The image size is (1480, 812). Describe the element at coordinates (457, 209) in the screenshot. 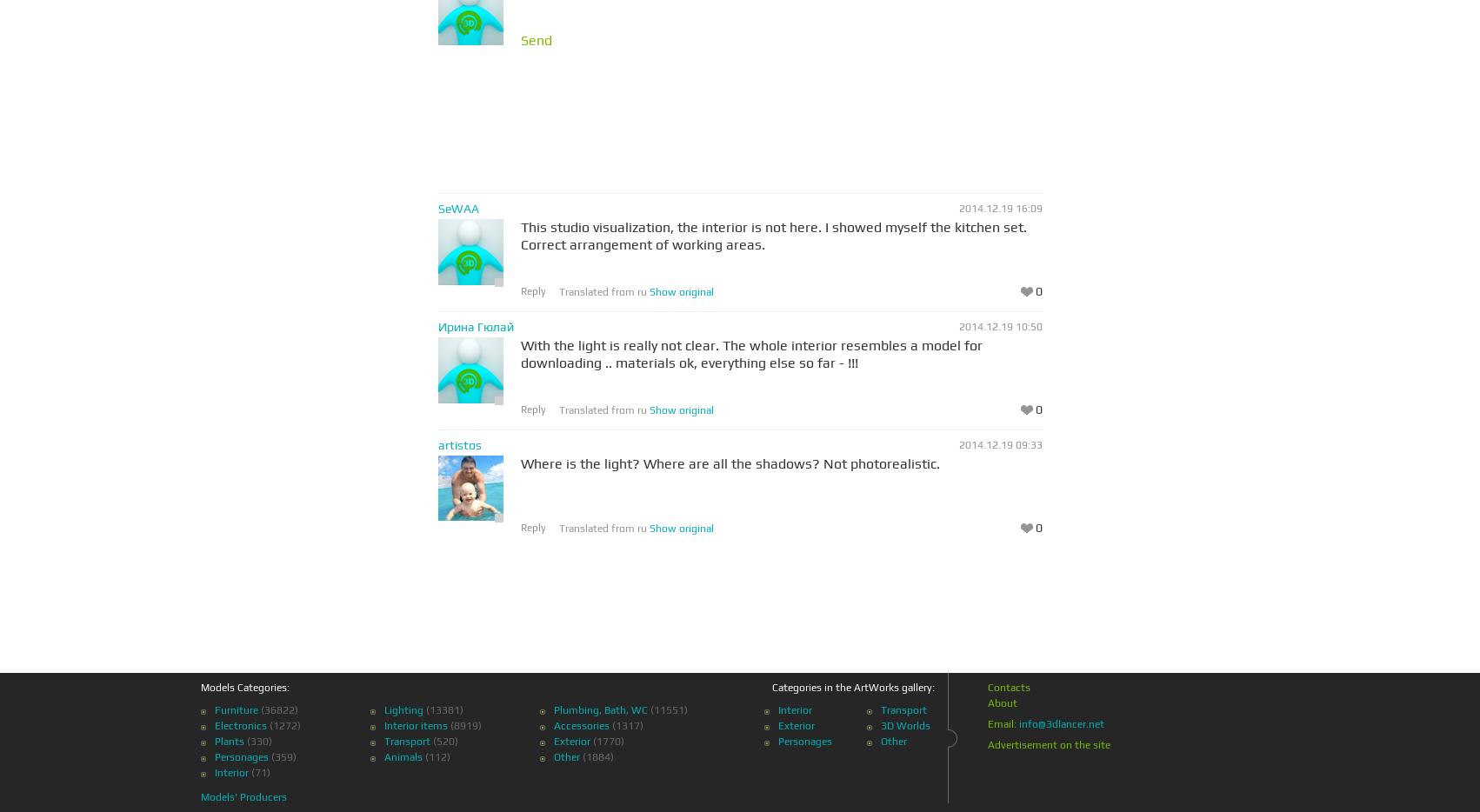

I see `'SeWAA'` at that location.